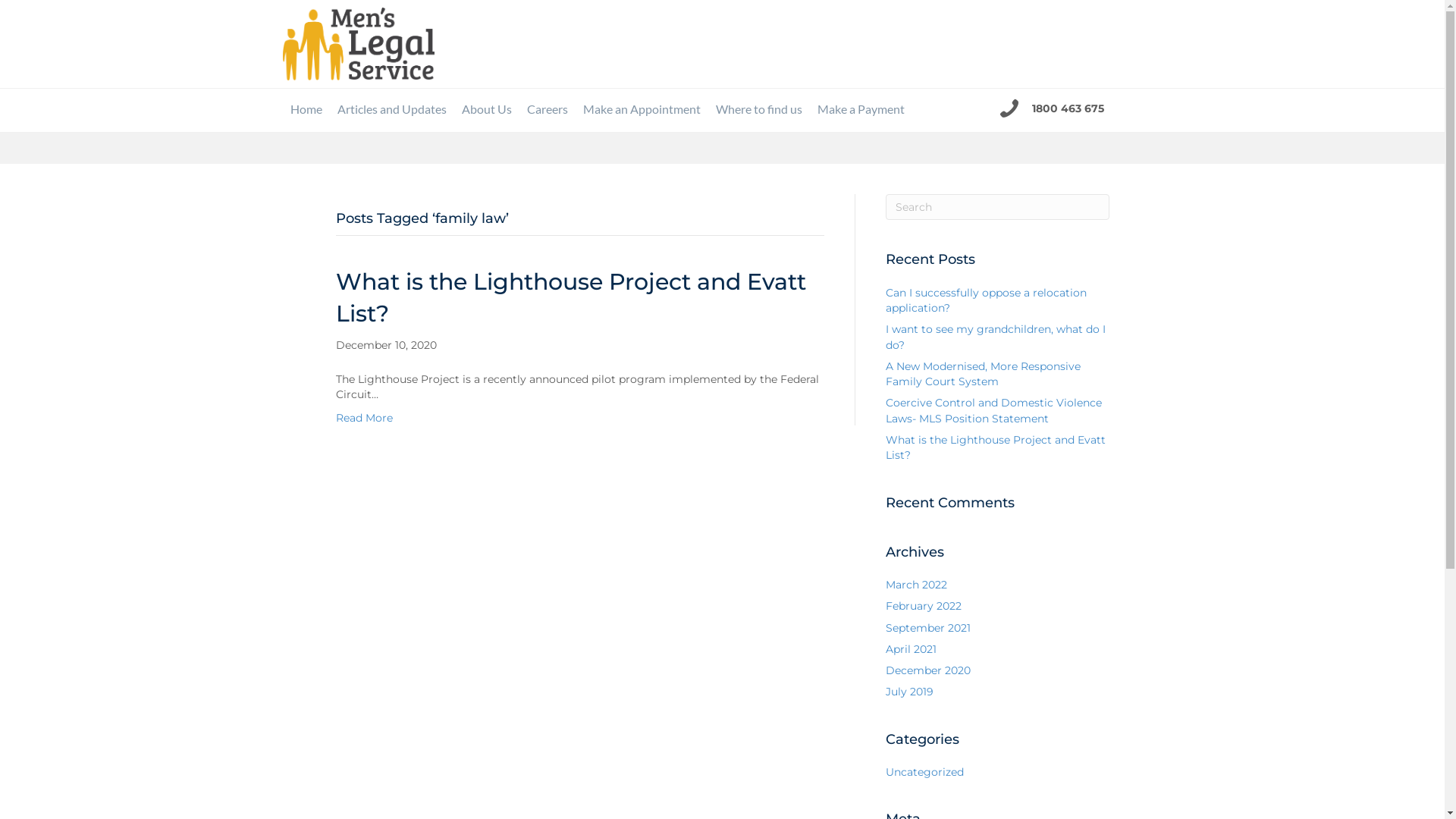  What do you see at coordinates (1031, 107) in the screenshot?
I see `'1800 463 675'` at bounding box center [1031, 107].